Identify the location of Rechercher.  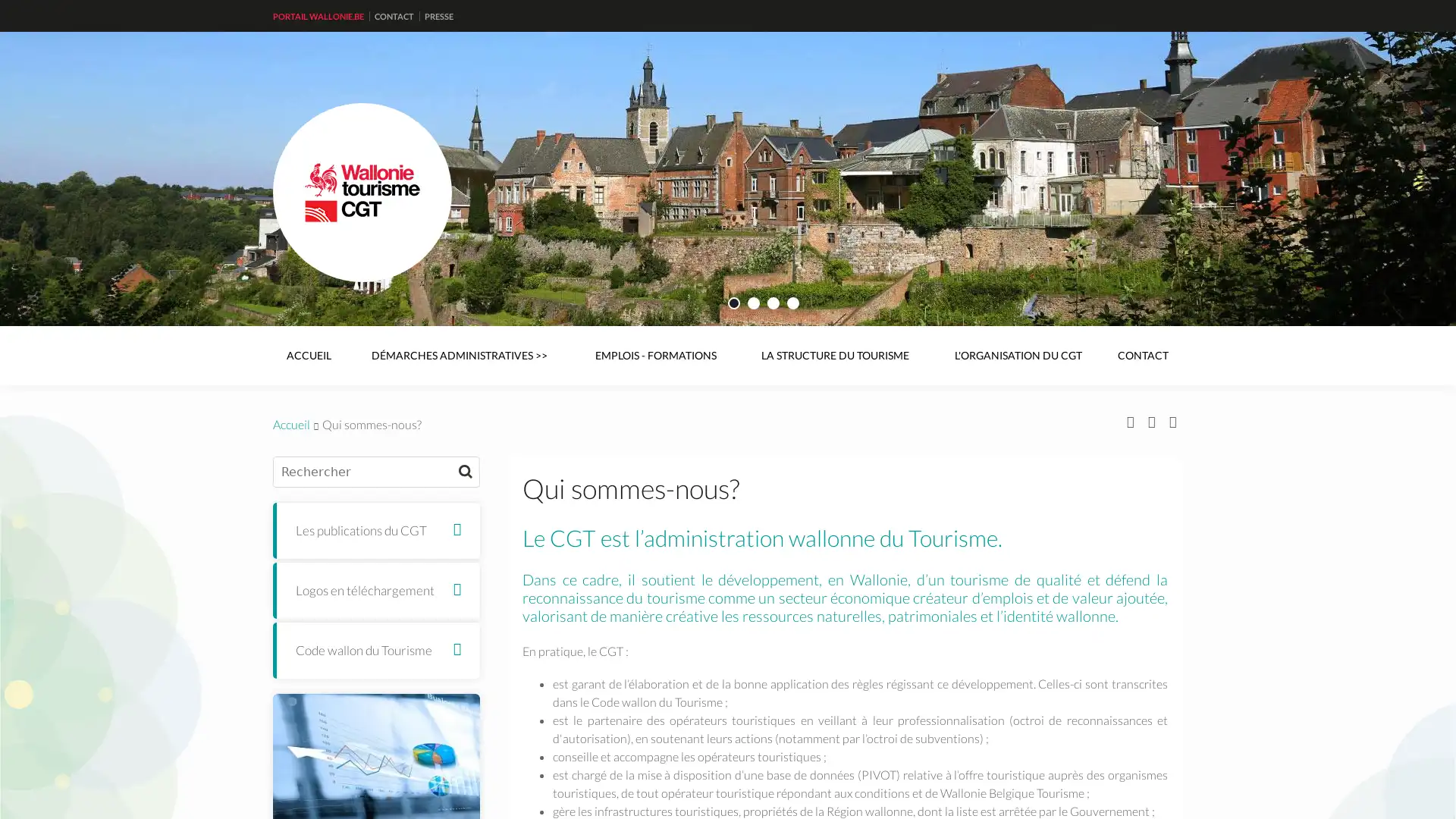
(465, 470).